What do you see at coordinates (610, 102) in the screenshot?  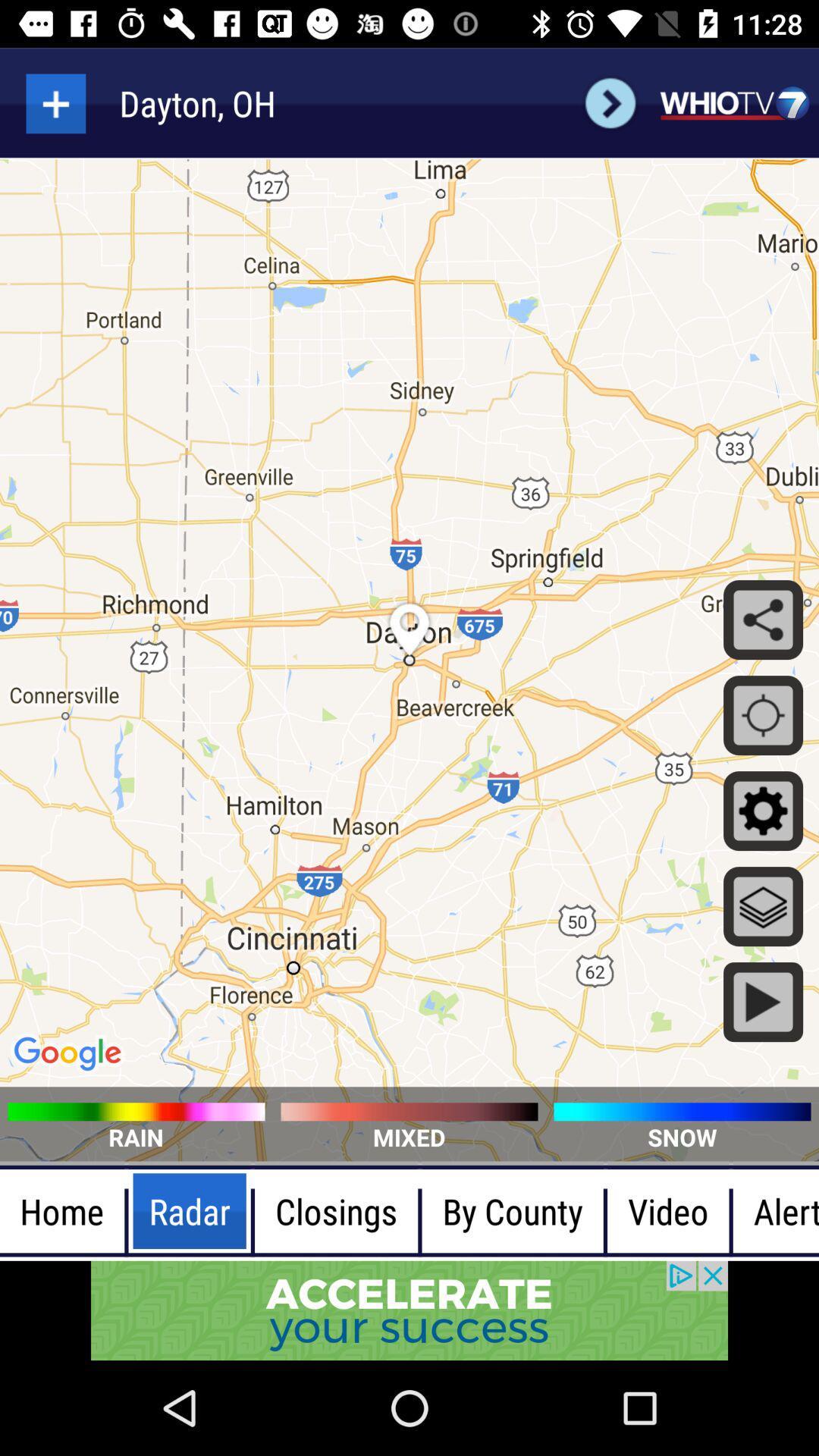 I see `next` at bounding box center [610, 102].